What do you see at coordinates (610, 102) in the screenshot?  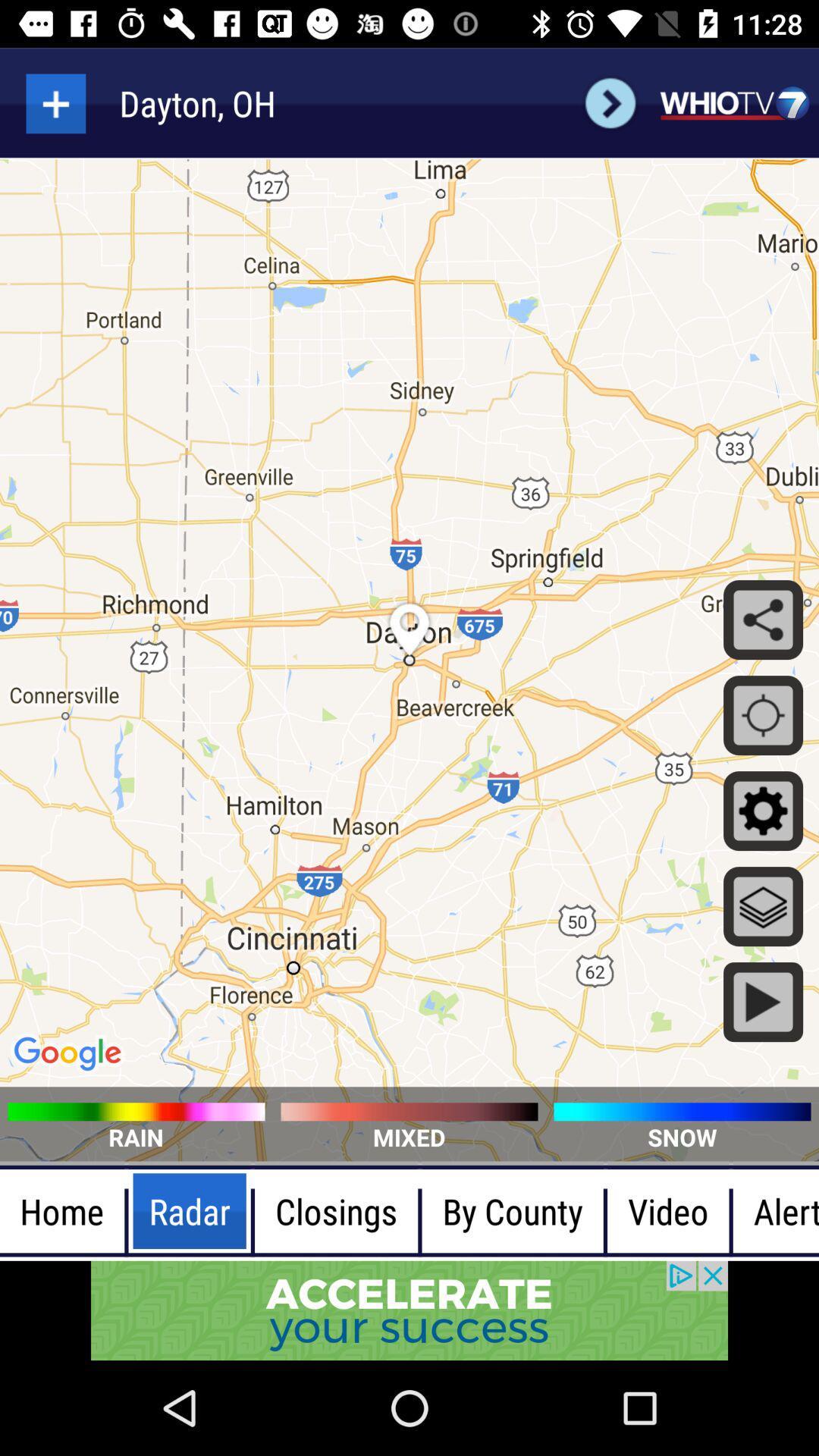 I see `next` at bounding box center [610, 102].